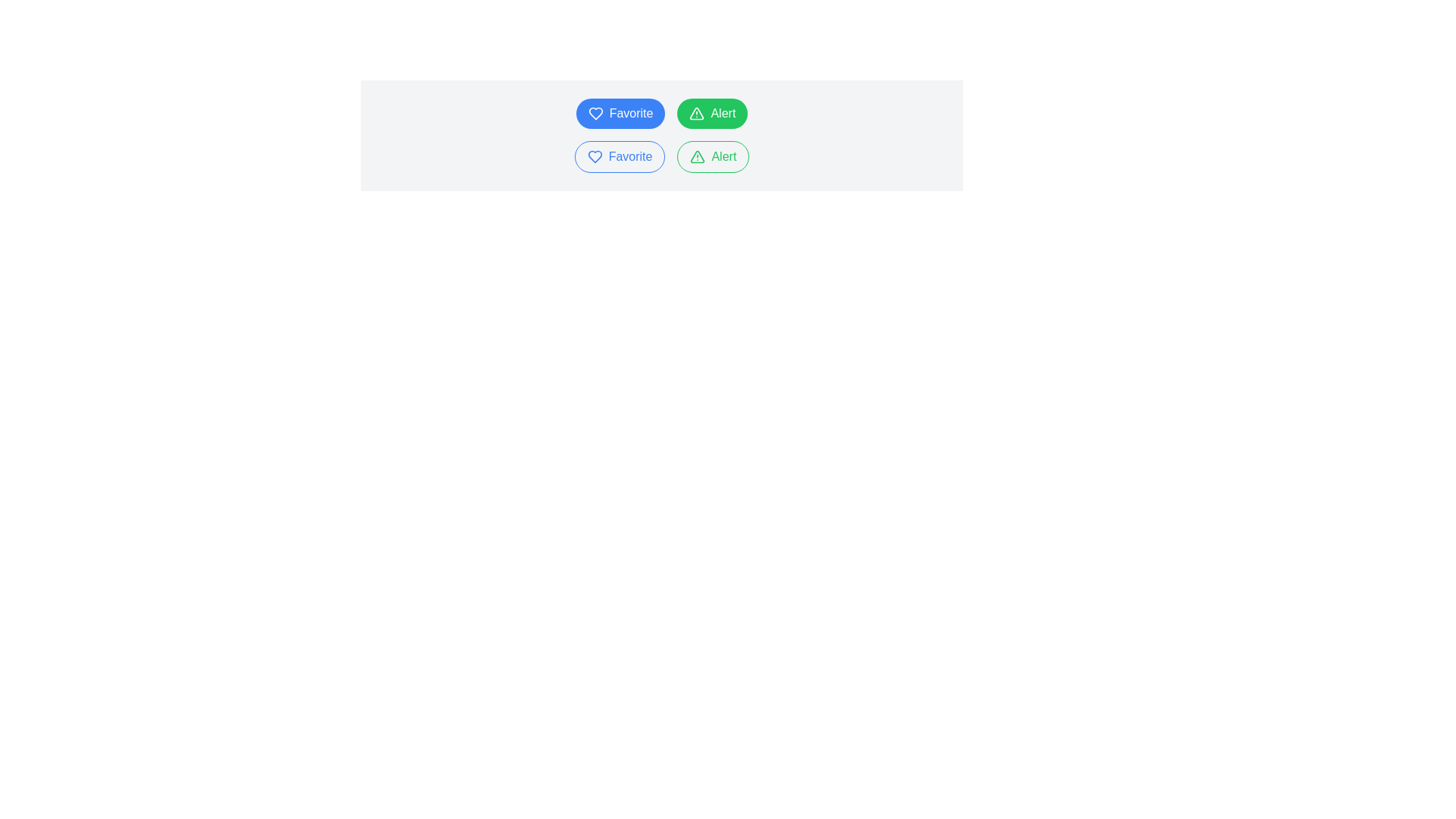  I want to click on the 'Alert' button which contains a triangular icon with an exclamation mark inside, located in the top-right corner of the interface, so click(696, 113).